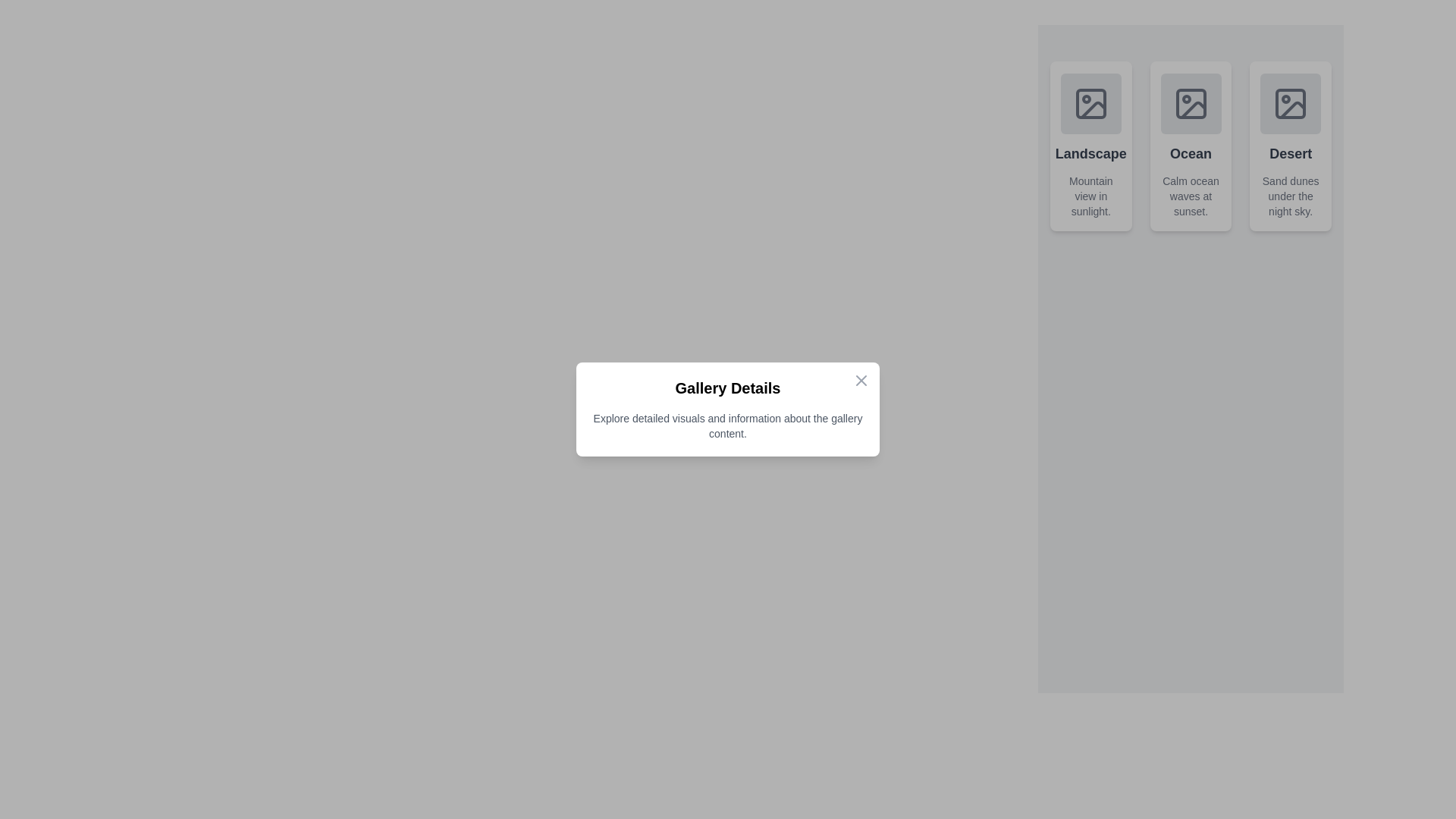 The image size is (1456, 819). What do you see at coordinates (1093, 109) in the screenshot?
I see `the decorative graphical element inside the image icon located in the first card labeled 'Landscape' on the right side of the interface` at bounding box center [1093, 109].